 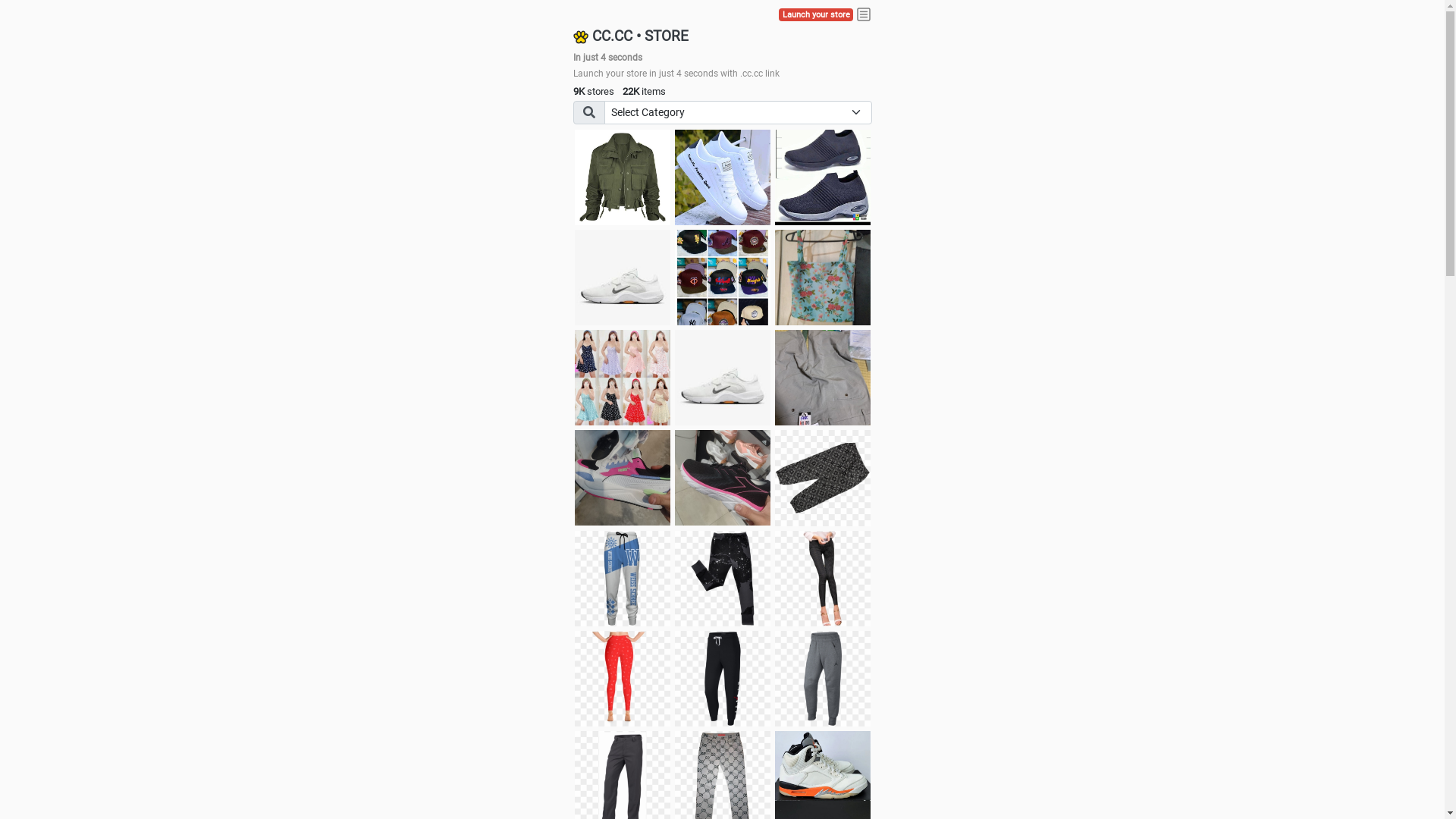 What do you see at coordinates (775, 177) in the screenshot?
I see `'shoes for boys'` at bounding box center [775, 177].